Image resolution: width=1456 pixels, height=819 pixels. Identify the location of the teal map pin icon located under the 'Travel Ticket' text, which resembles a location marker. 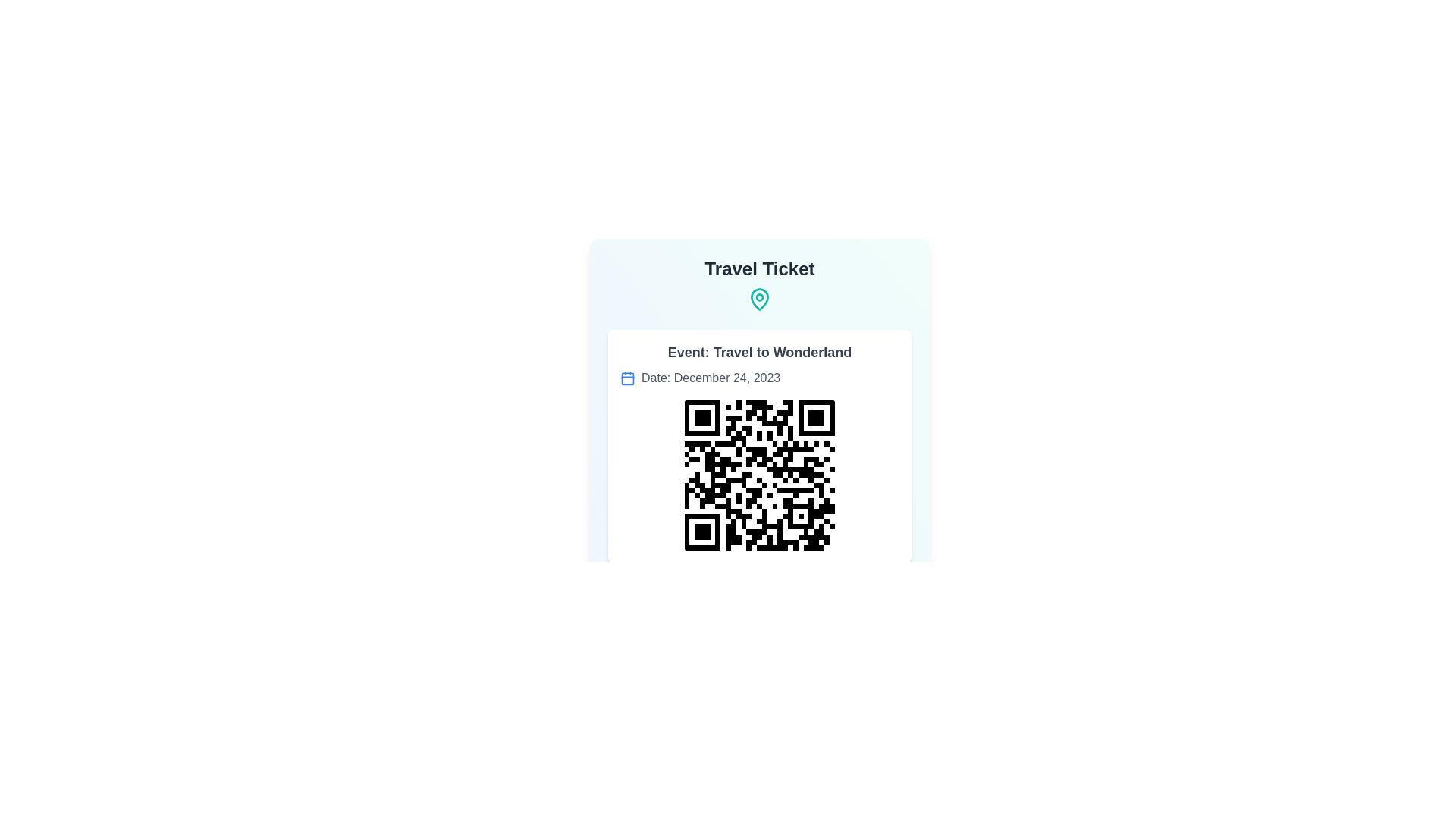
(760, 299).